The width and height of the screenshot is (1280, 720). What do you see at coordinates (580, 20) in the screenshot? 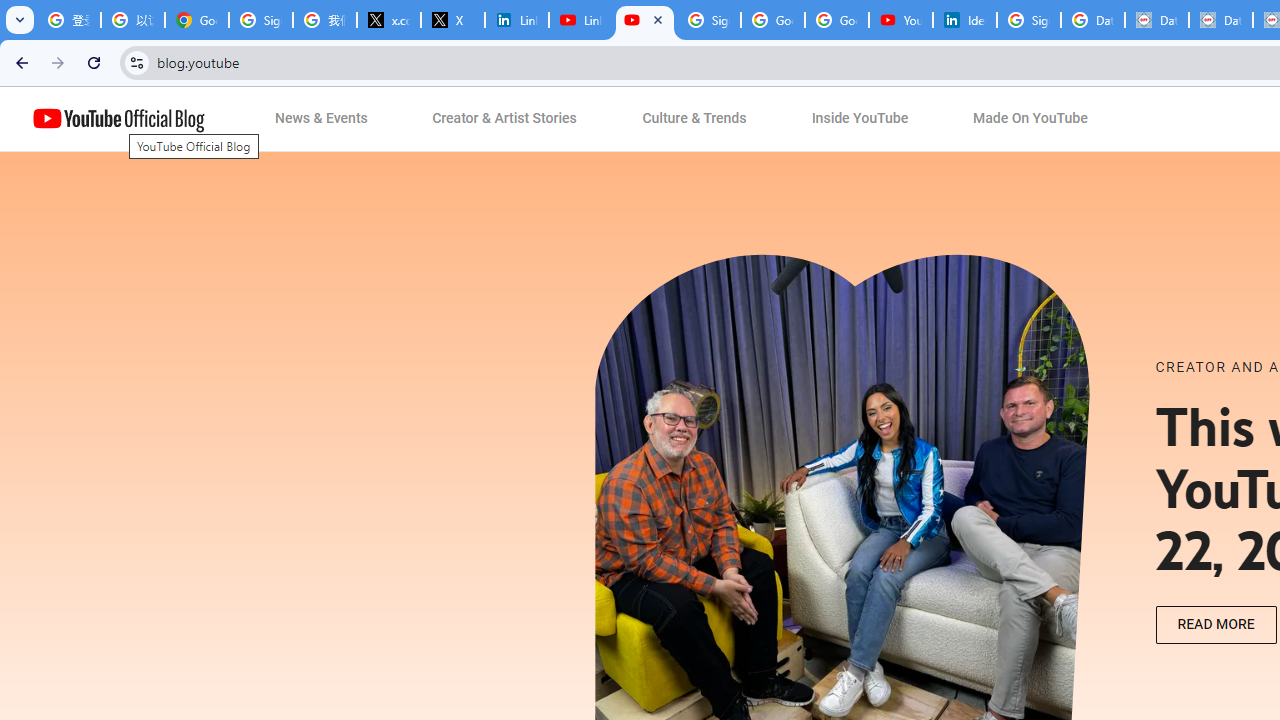
I see `'LinkedIn - YouTube'` at bounding box center [580, 20].